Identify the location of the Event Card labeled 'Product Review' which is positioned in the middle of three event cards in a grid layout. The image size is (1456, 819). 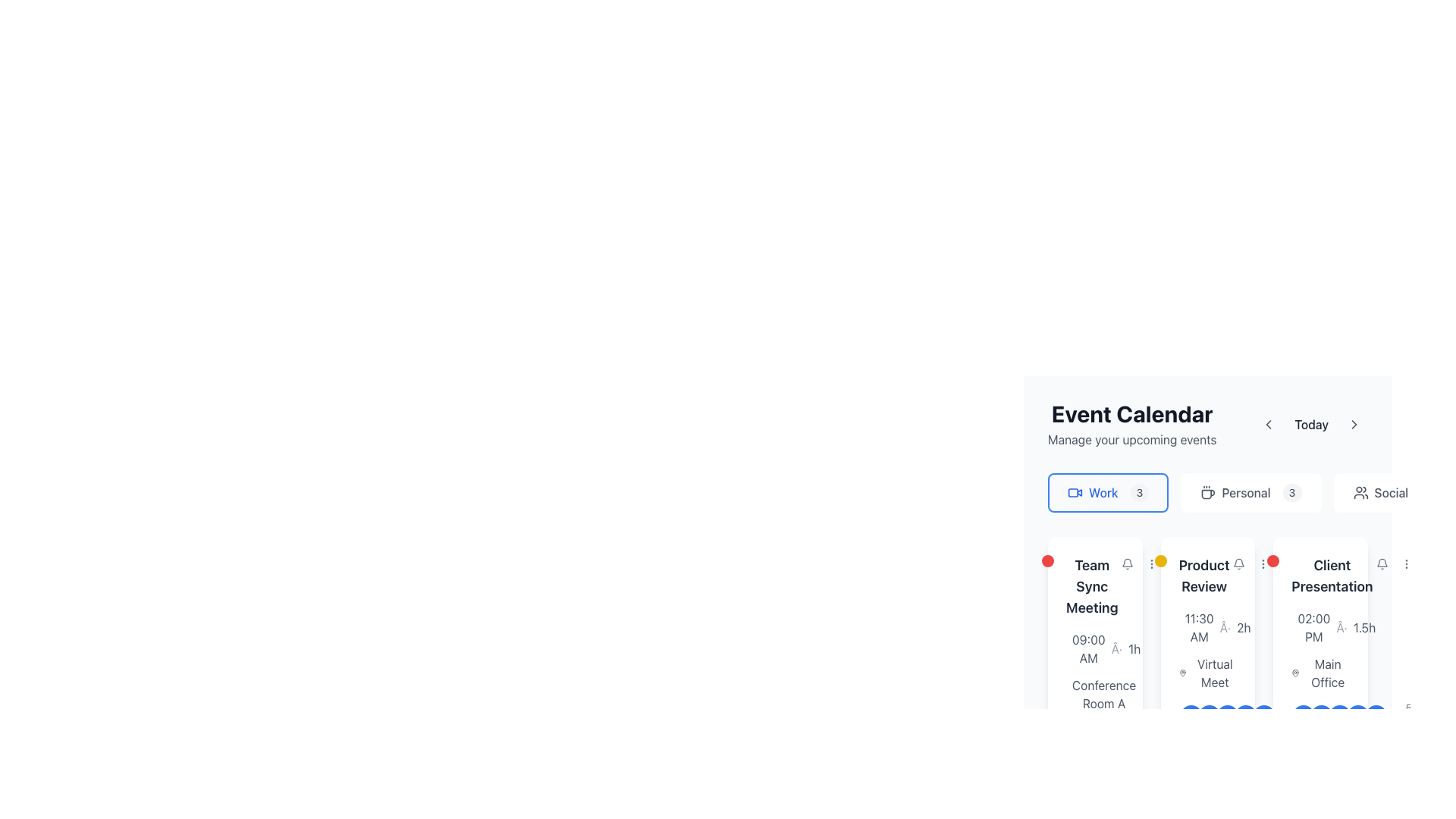
(1207, 532).